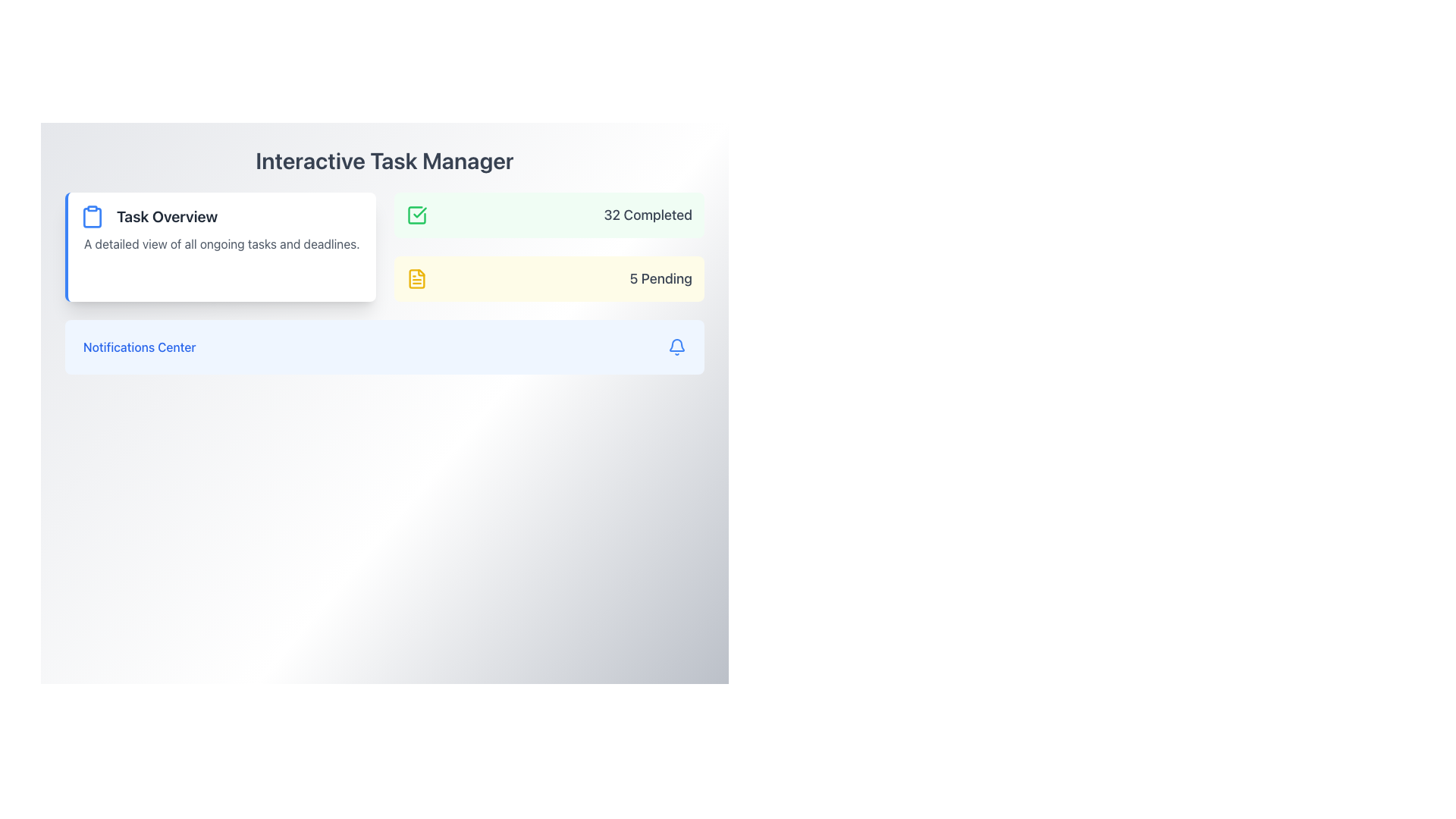  Describe the element at coordinates (416, 215) in the screenshot. I see `the informational 'completed' status icon located to the left of the text '32 Completed' in the horizontal bar under the 'Interactive Task Manager' header` at that location.